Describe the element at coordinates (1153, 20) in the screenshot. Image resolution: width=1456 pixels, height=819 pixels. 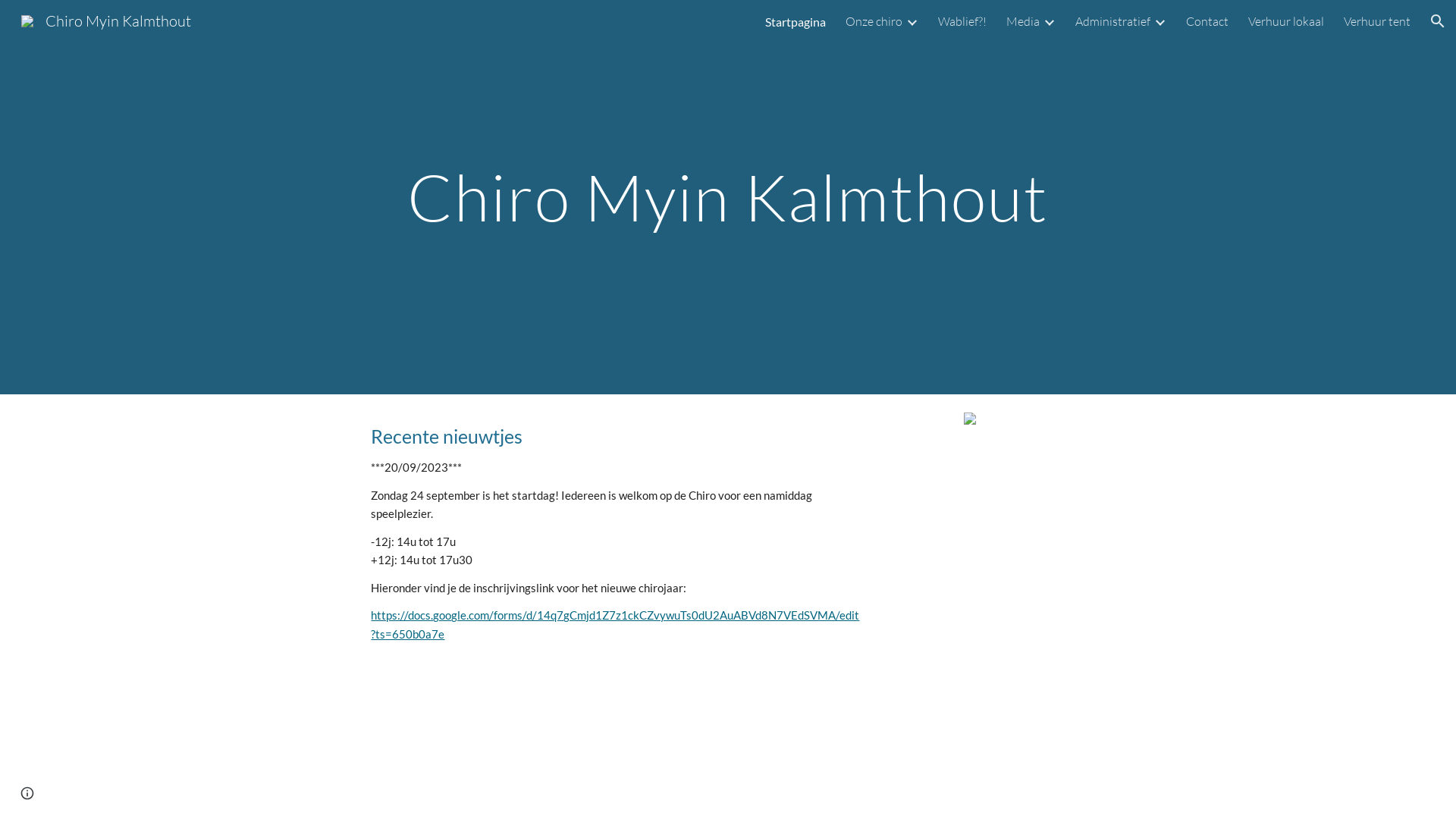
I see `'Expand/Collapse'` at that location.